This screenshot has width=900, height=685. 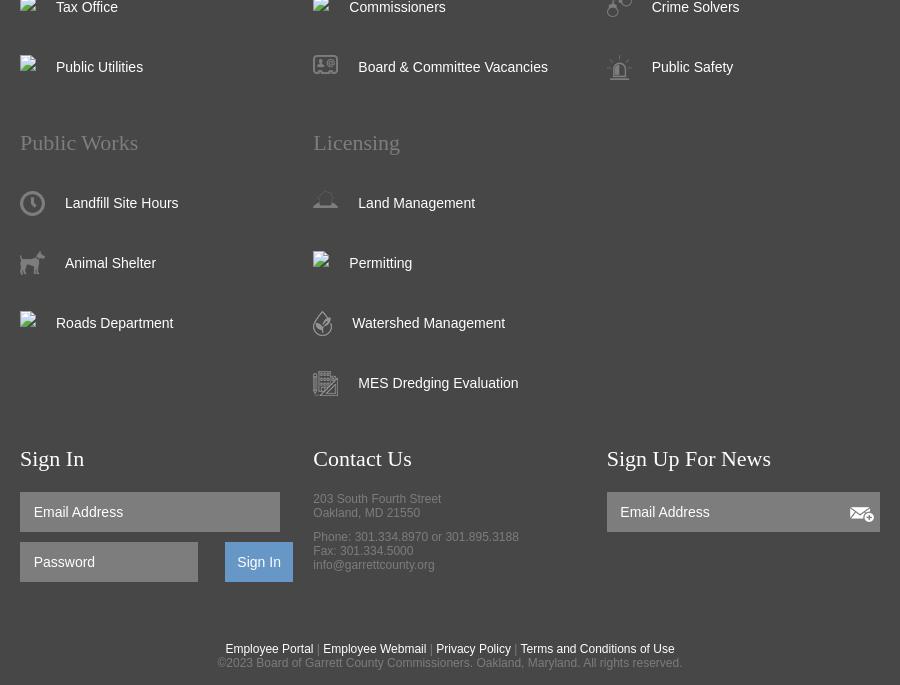 What do you see at coordinates (312, 535) in the screenshot?
I see `'Phone: 301.334.8970 or 301.895.3188'` at bounding box center [312, 535].